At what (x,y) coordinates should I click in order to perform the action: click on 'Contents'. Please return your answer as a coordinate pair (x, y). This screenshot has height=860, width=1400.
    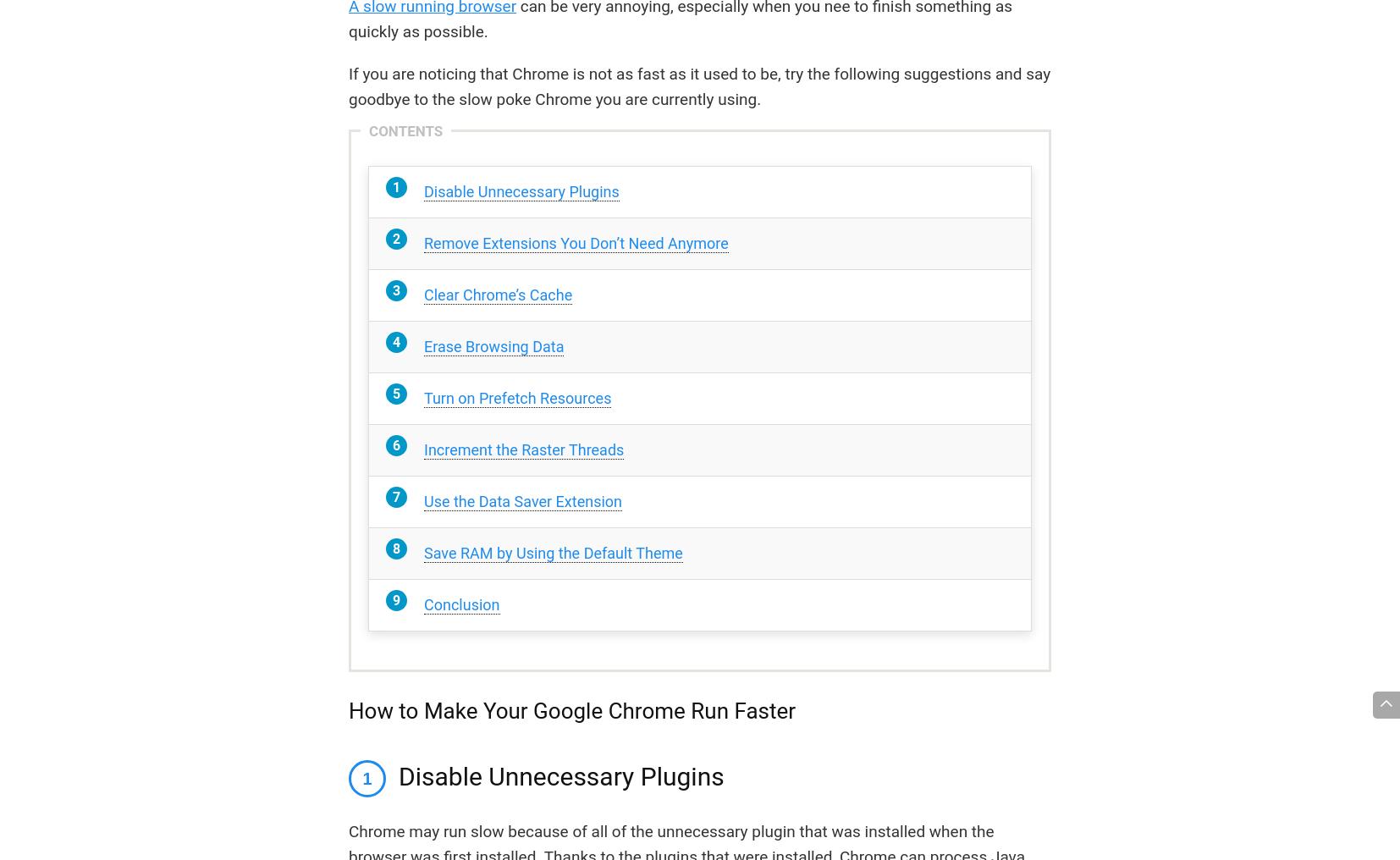
    Looking at the image, I should click on (405, 130).